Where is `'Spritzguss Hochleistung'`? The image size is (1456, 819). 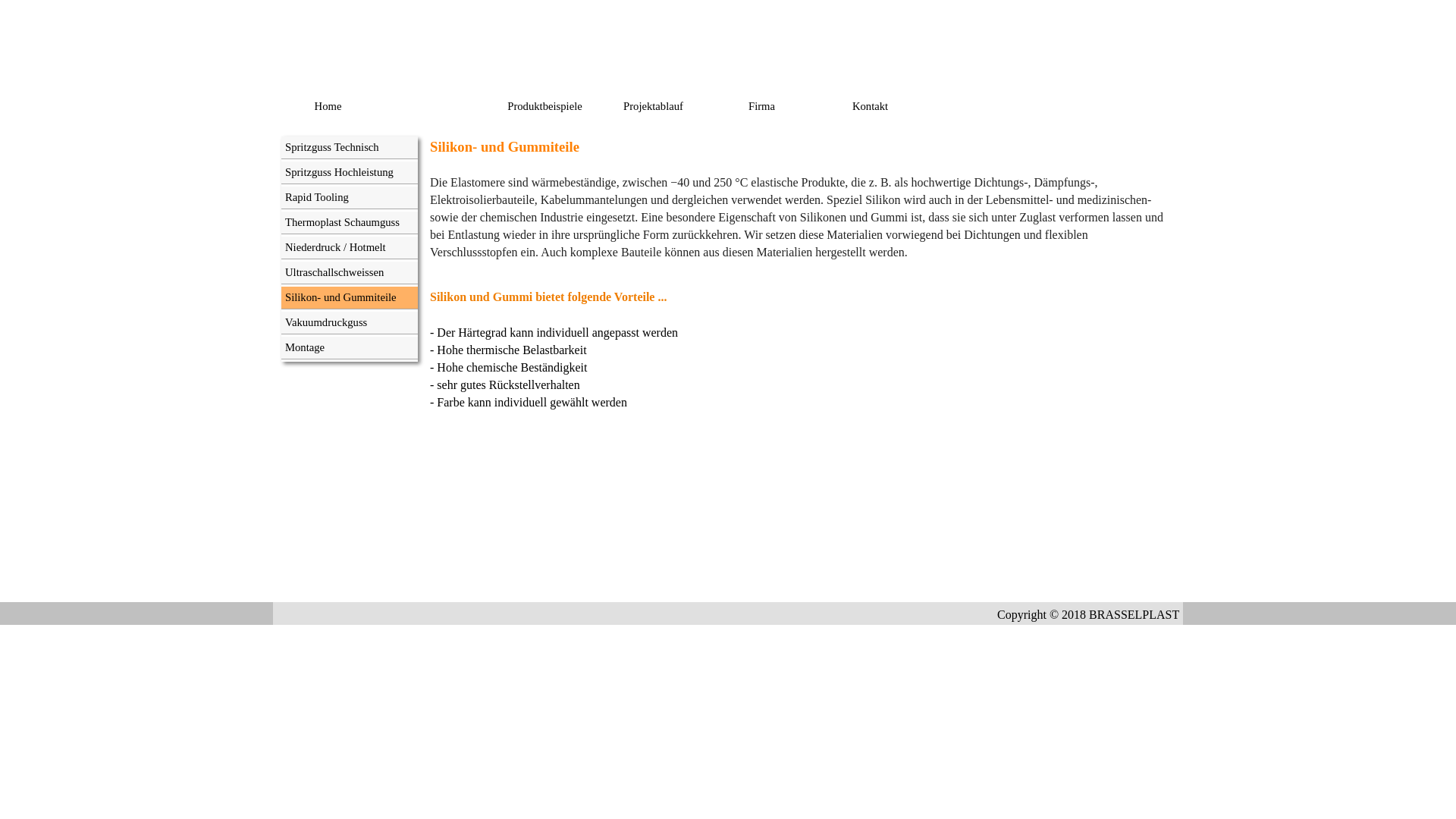
'Spritzguss Hochleistung' is located at coordinates (348, 171).